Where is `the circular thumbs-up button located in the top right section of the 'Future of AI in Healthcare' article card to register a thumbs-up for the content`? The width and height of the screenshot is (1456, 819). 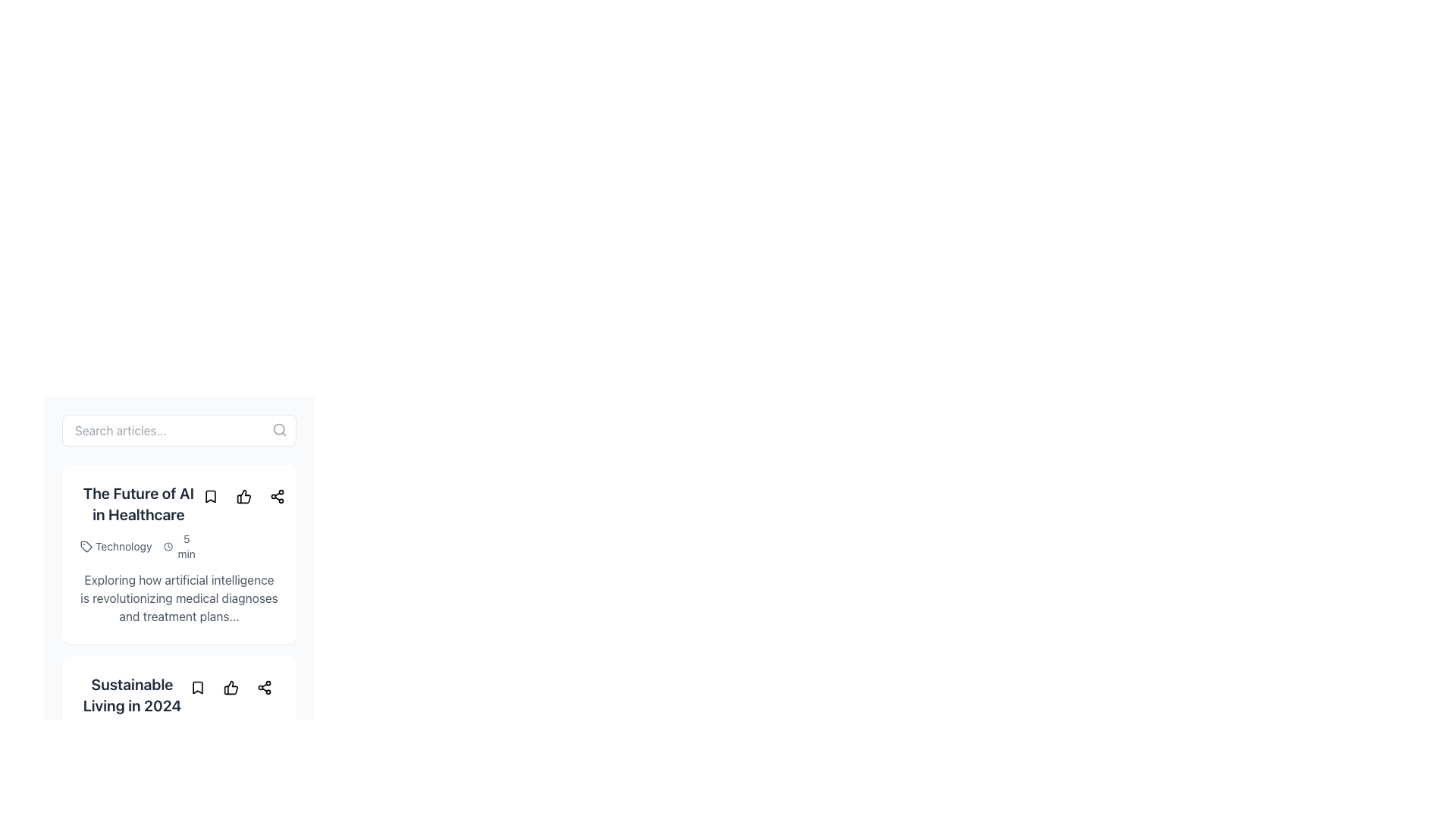 the circular thumbs-up button located in the top right section of the 'Future of AI in Healthcare' article card to register a thumbs-up for the content is located at coordinates (243, 497).